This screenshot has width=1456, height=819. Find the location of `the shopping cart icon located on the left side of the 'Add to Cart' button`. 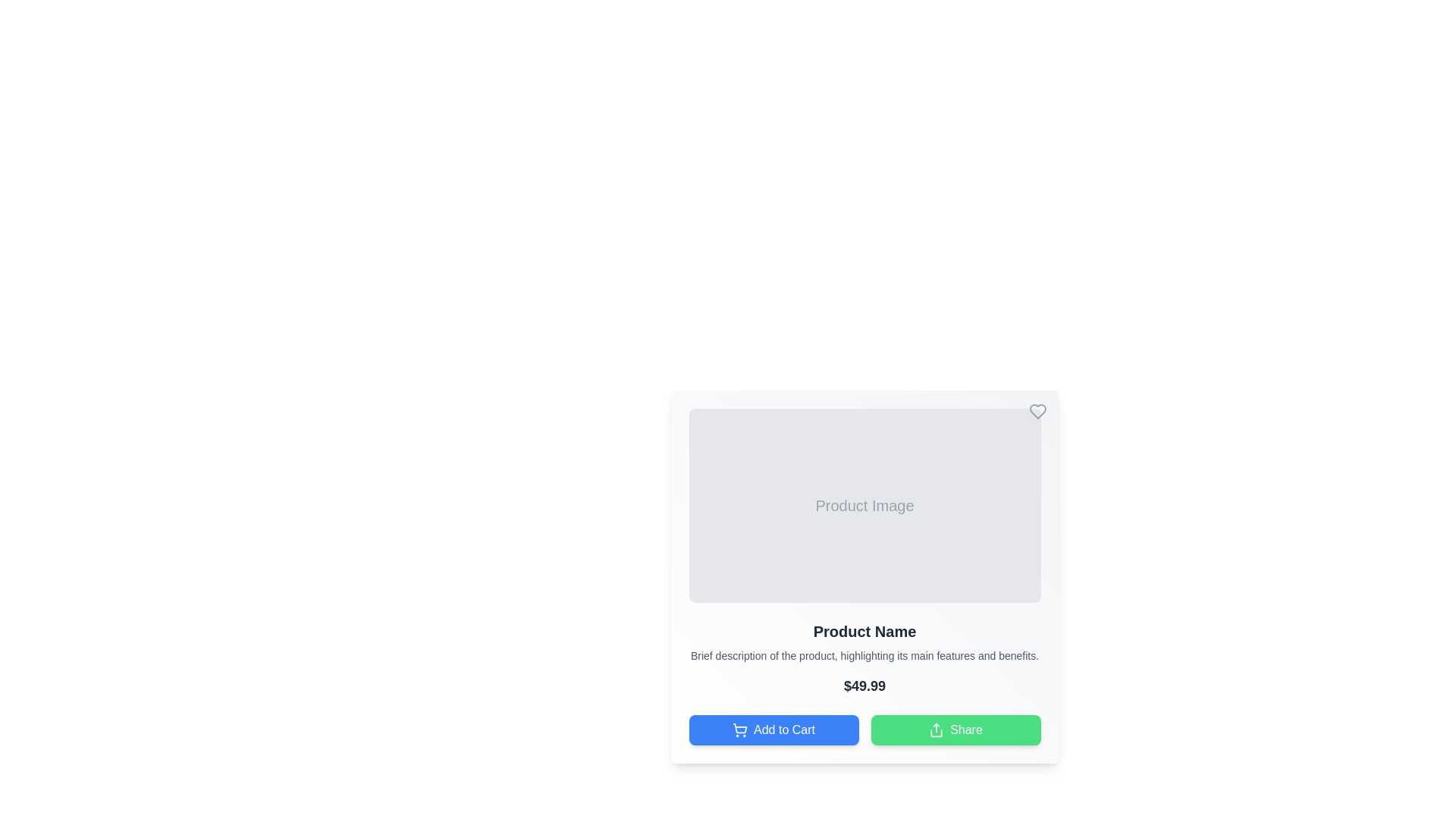

the shopping cart icon located on the left side of the 'Add to Cart' button is located at coordinates (739, 730).